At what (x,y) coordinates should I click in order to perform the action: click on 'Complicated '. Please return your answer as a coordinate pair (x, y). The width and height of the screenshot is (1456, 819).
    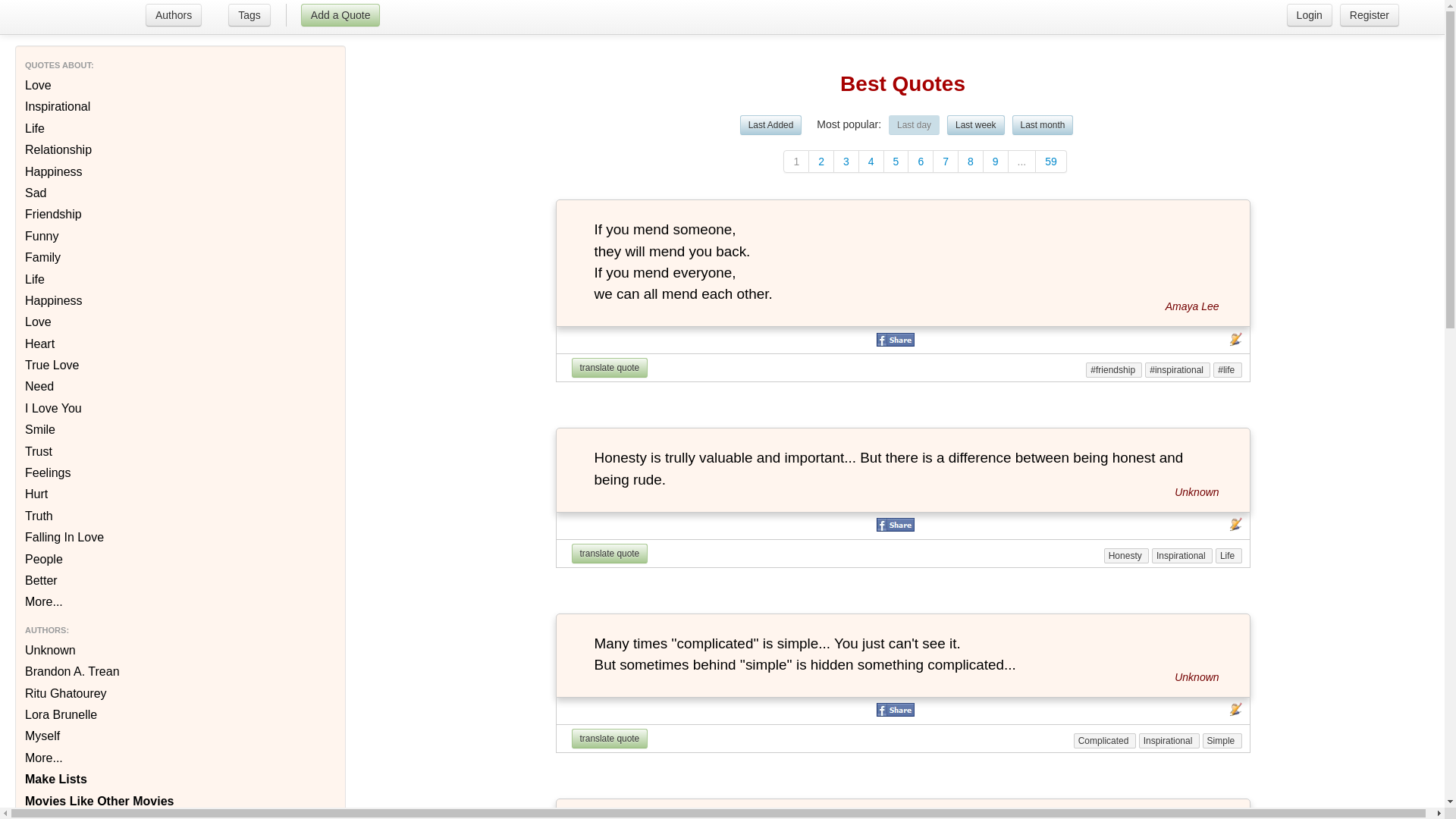
    Looking at the image, I should click on (1105, 739).